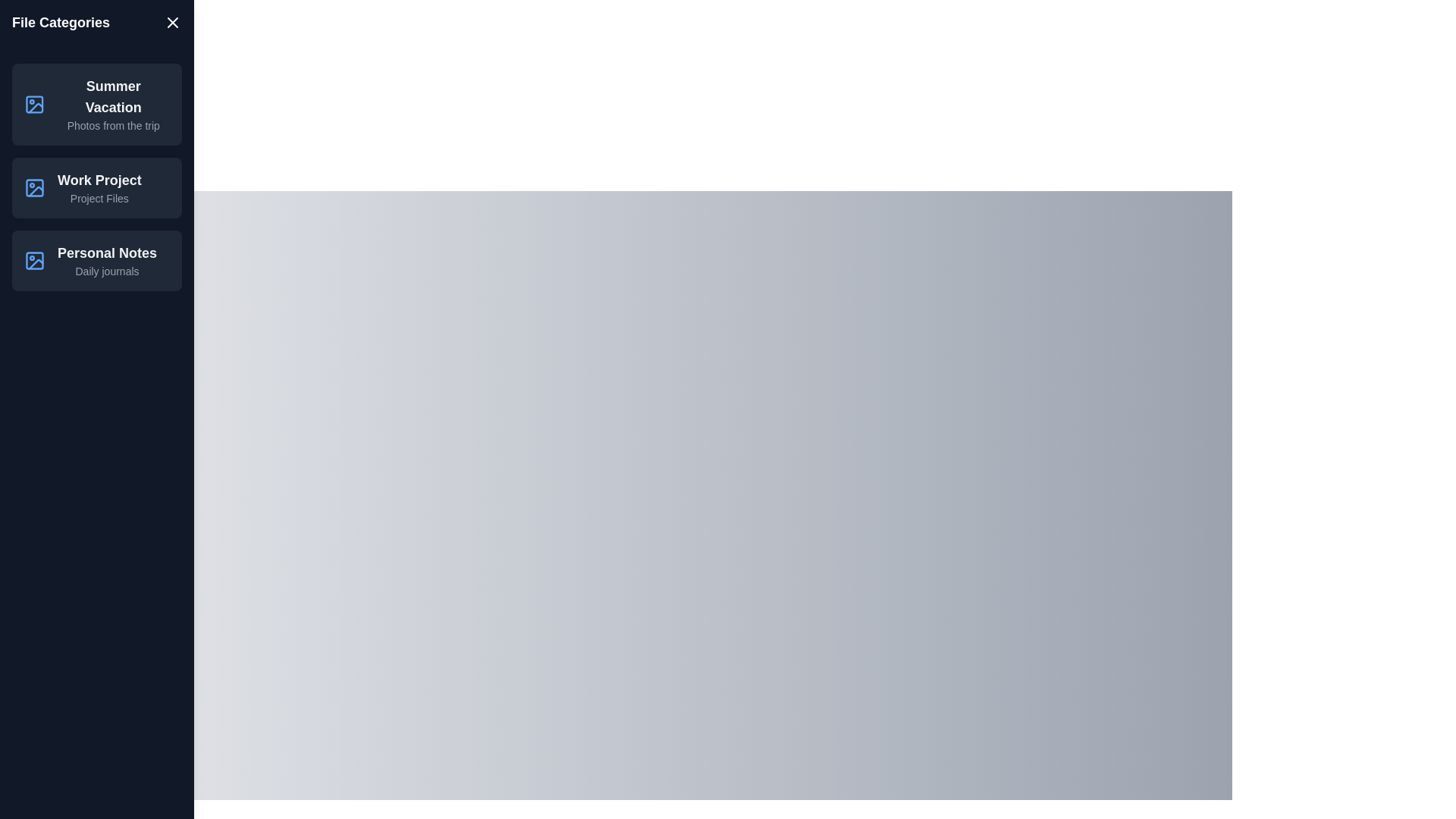  Describe the element at coordinates (96, 187) in the screenshot. I see `the item Work Project from the list to view its details` at that location.